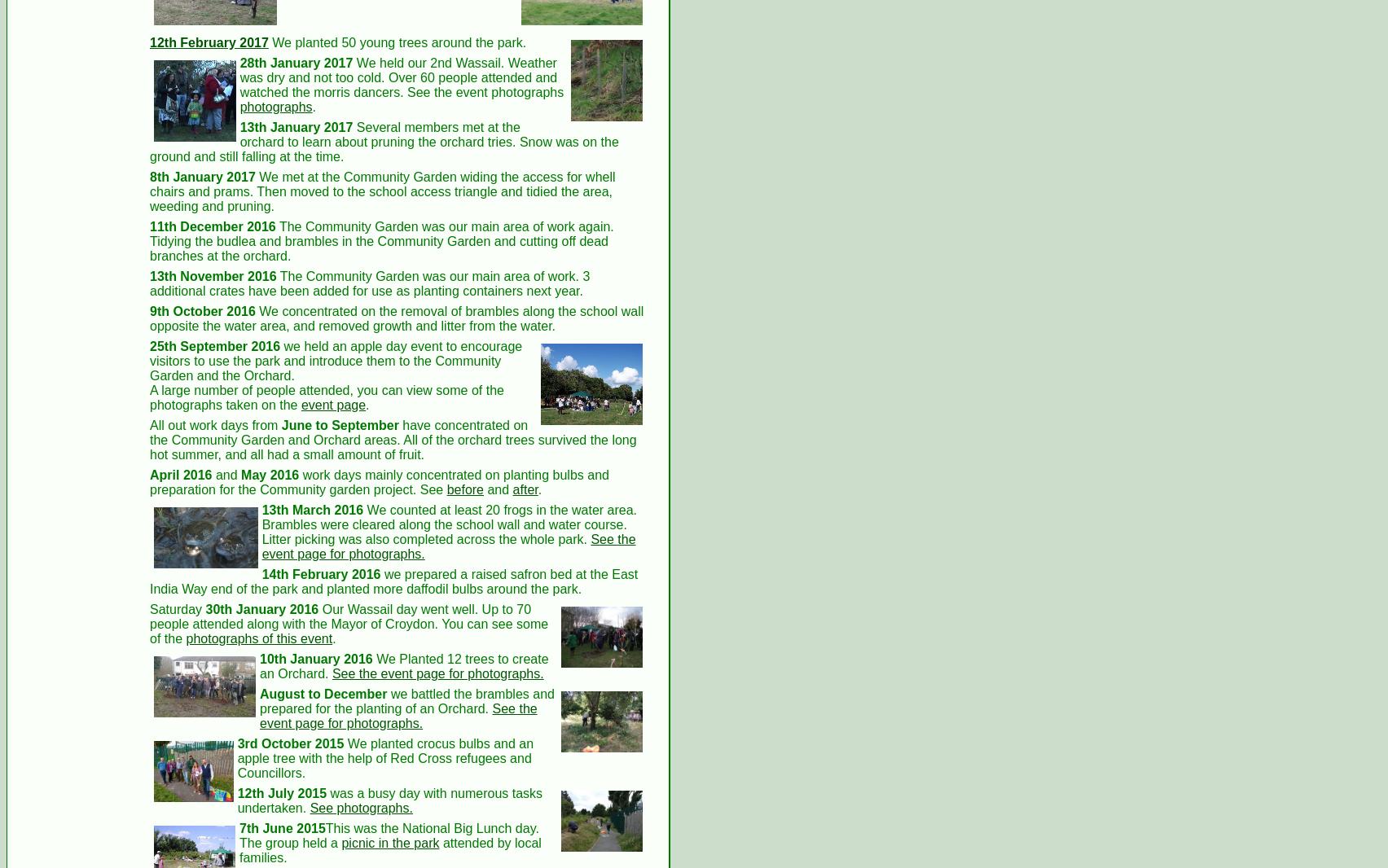  I want to click on 'after', so click(524, 488).